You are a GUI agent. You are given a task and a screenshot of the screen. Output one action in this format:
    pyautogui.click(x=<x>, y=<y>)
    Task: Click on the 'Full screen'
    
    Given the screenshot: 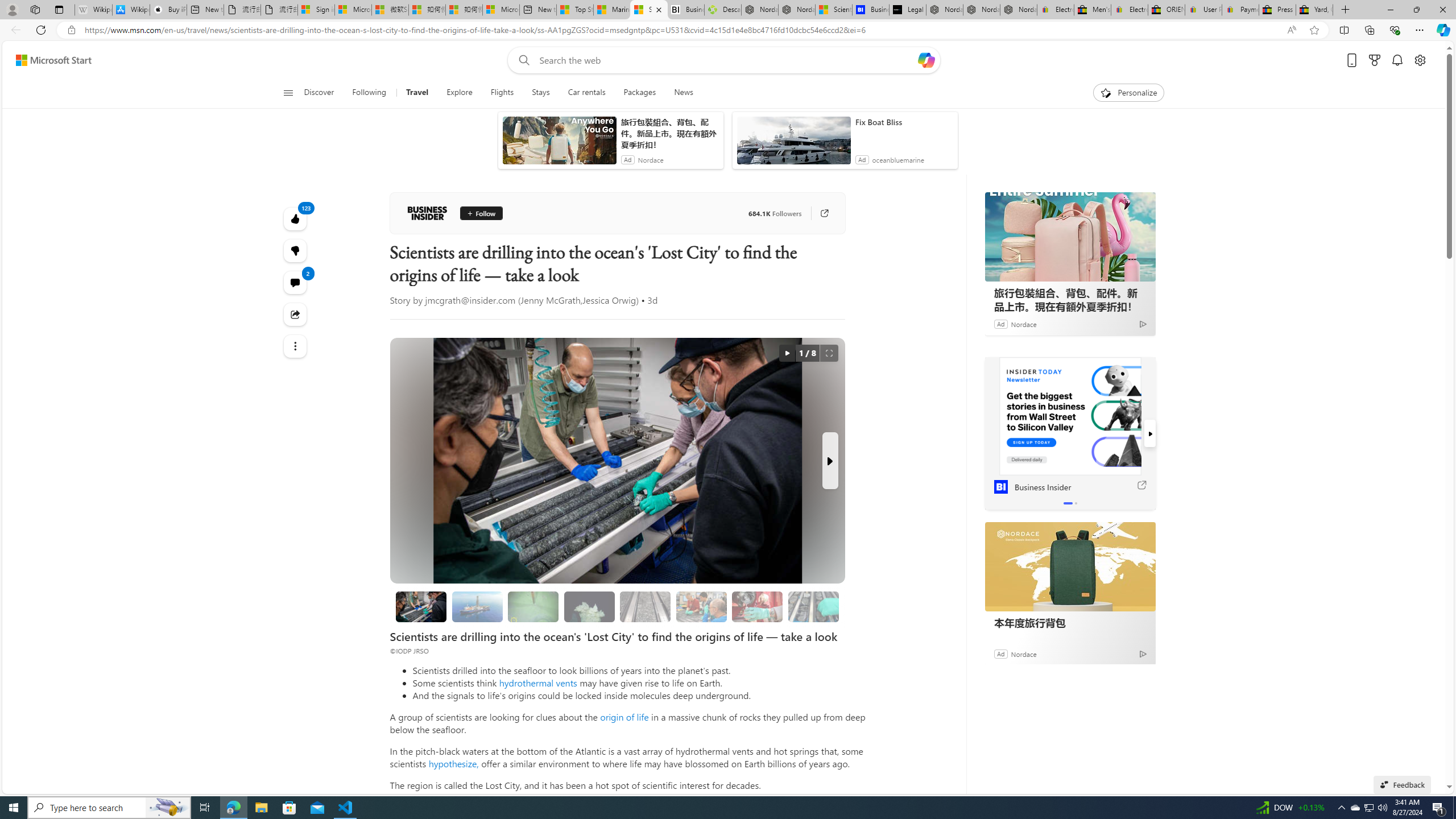 What is the action you would take?
    pyautogui.click(x=828, y=353)
    